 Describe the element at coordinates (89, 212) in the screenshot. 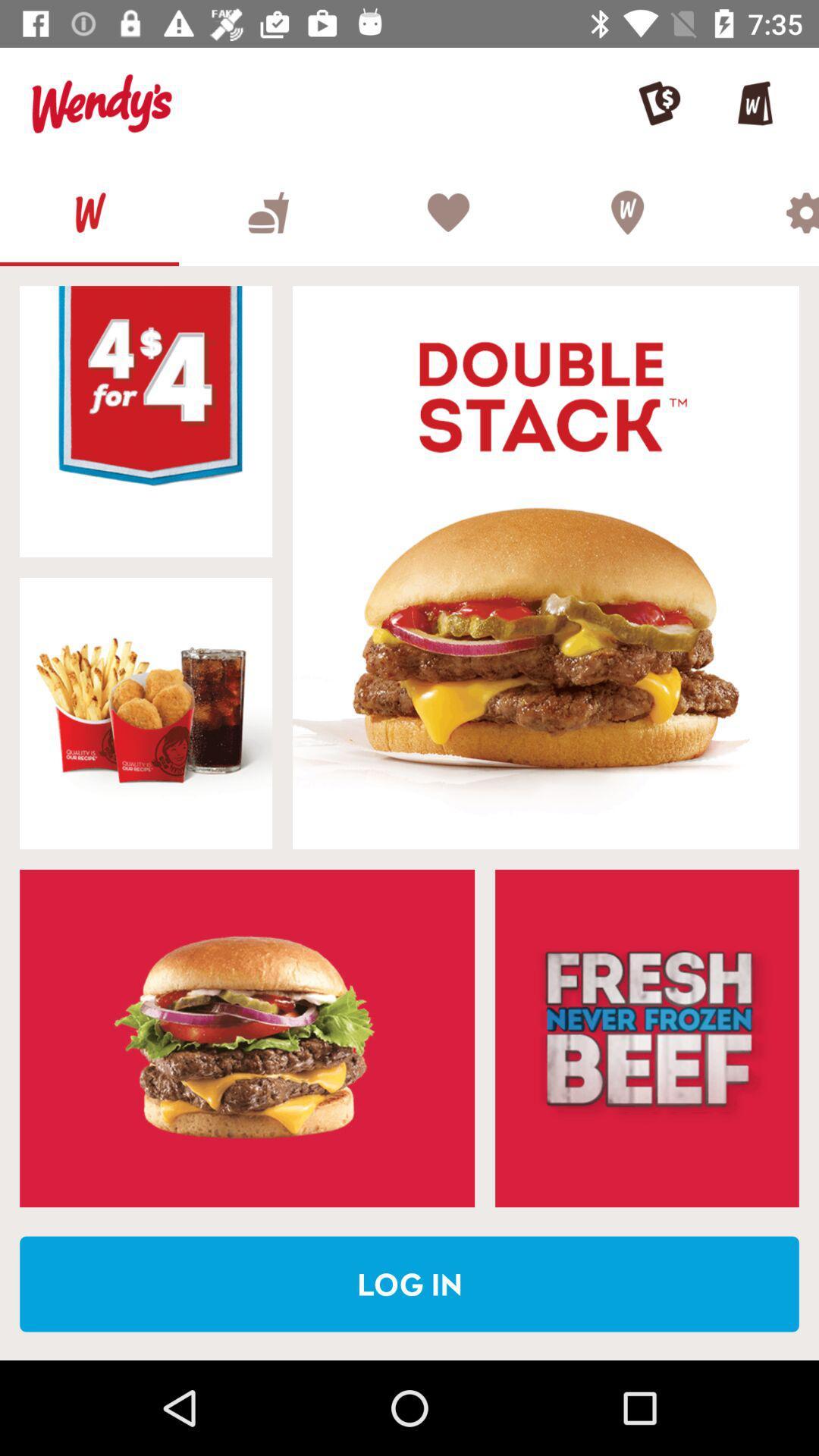

I see `homepage option` at that location.